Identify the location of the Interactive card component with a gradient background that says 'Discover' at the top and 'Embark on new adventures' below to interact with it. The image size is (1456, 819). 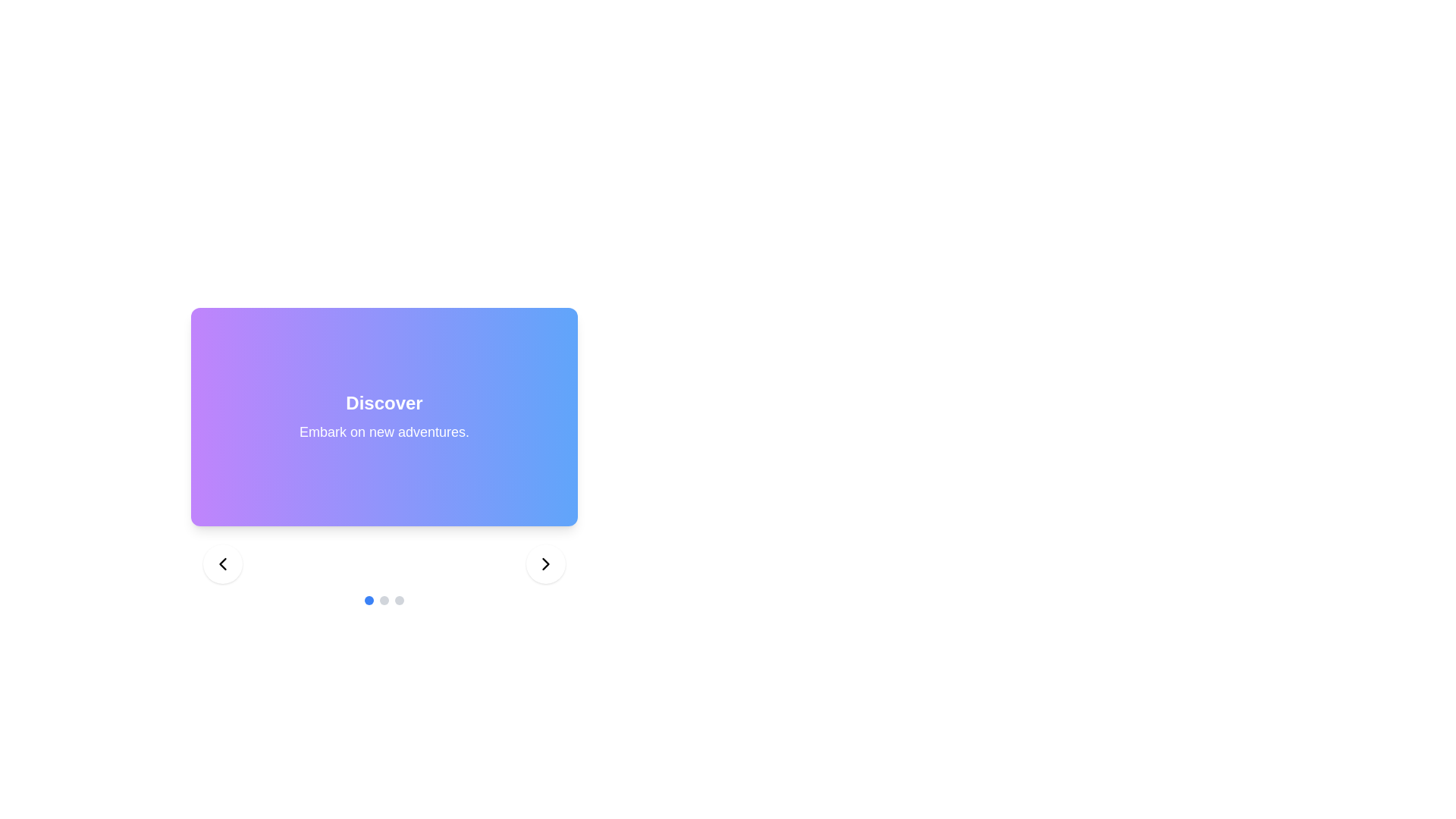
(384, 435).